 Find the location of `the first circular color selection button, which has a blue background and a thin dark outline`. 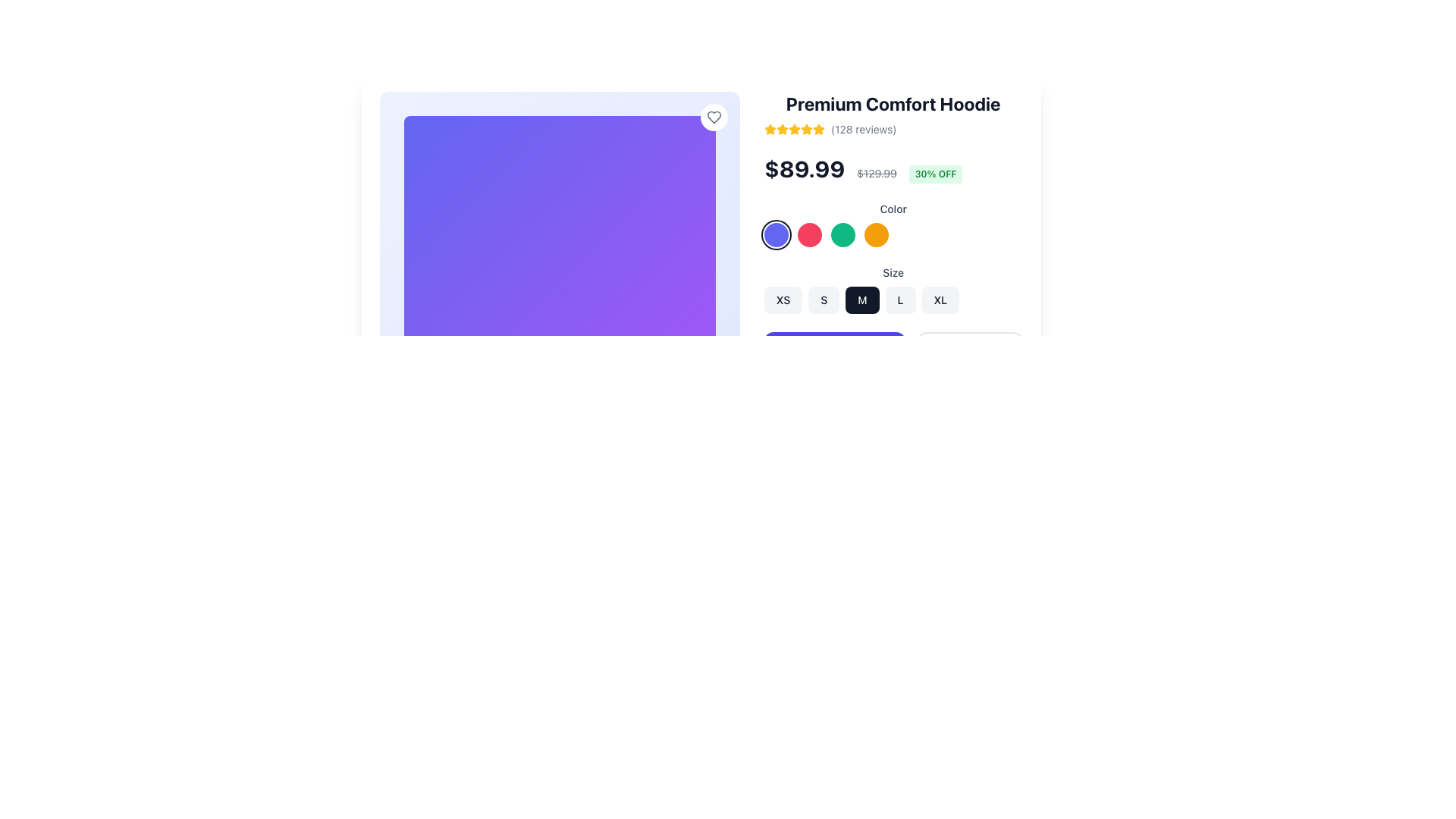

the first circular color selection button, which has a blue background and a thin dark outline is located at coordinates (776, 234).